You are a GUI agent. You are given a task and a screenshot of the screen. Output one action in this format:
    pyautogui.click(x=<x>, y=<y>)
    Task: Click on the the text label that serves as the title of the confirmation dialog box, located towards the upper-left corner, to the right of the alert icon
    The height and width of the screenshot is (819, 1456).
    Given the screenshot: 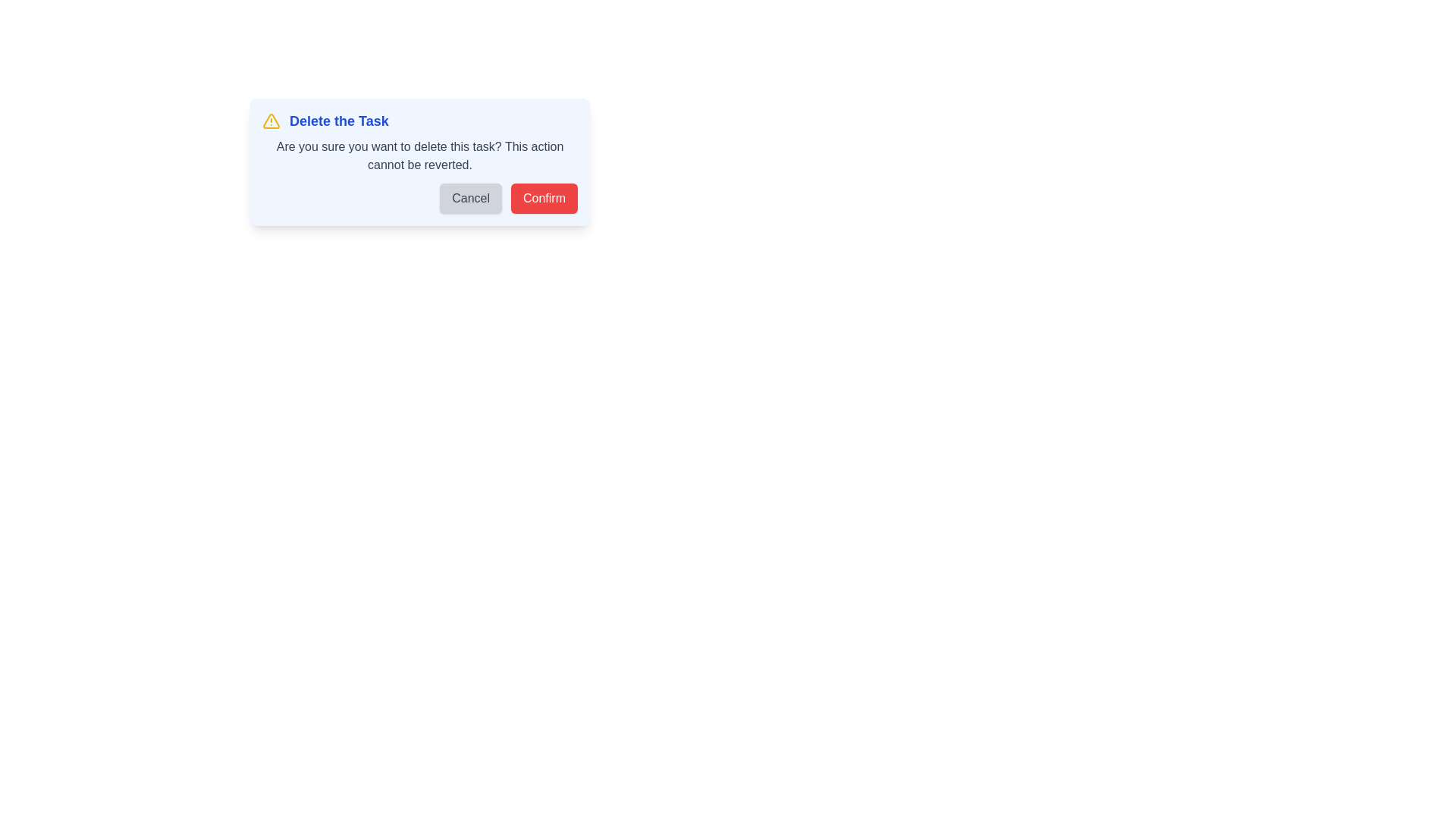 What is the action you would take?
    pyautogui.click(x=338, y=120)
    